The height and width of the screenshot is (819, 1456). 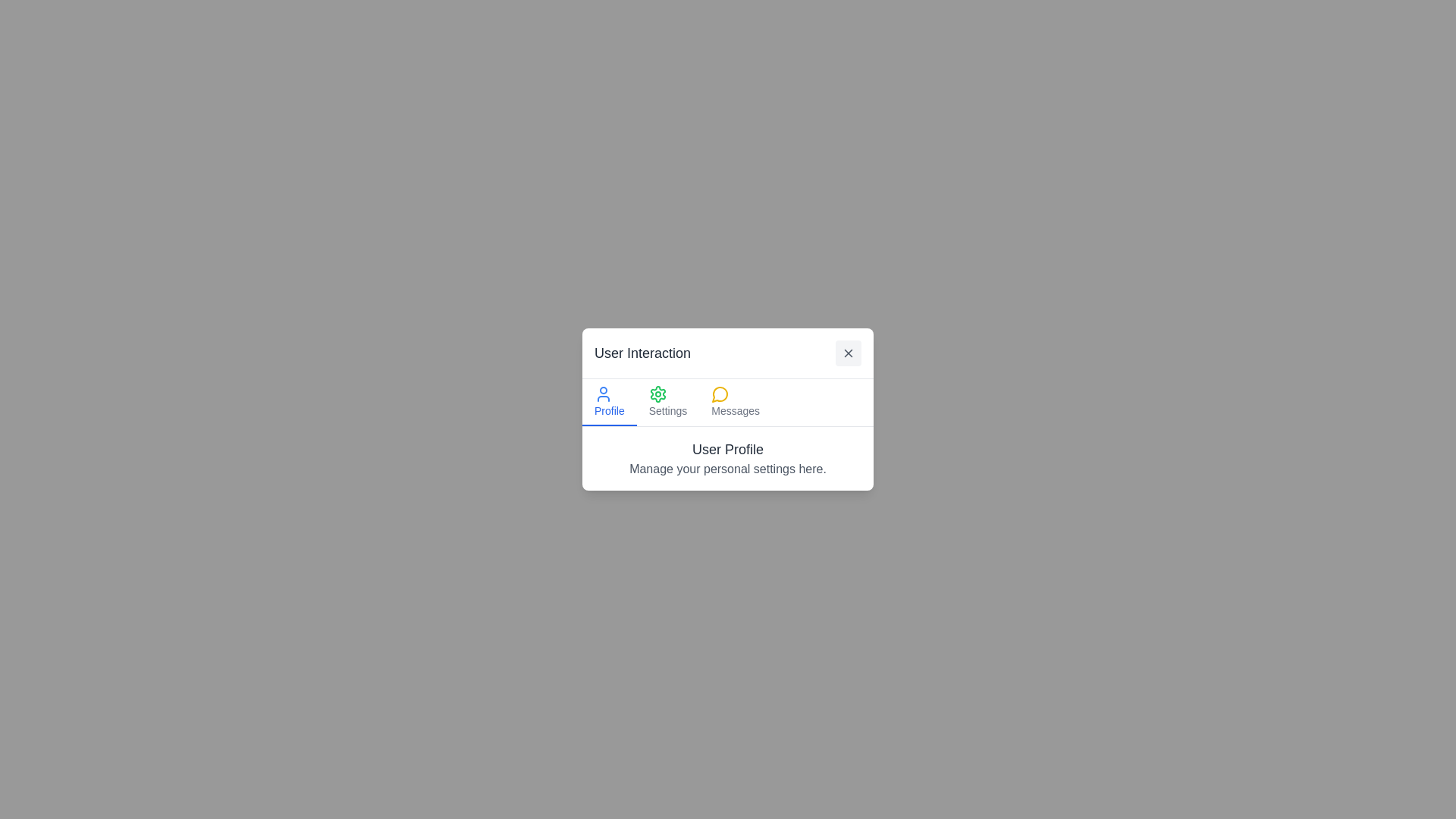 I want to click on the 'Profile' button, which is a small blue icon resembling a user avatar with the text 'Profile' underneath, so click(x=609, y=402).